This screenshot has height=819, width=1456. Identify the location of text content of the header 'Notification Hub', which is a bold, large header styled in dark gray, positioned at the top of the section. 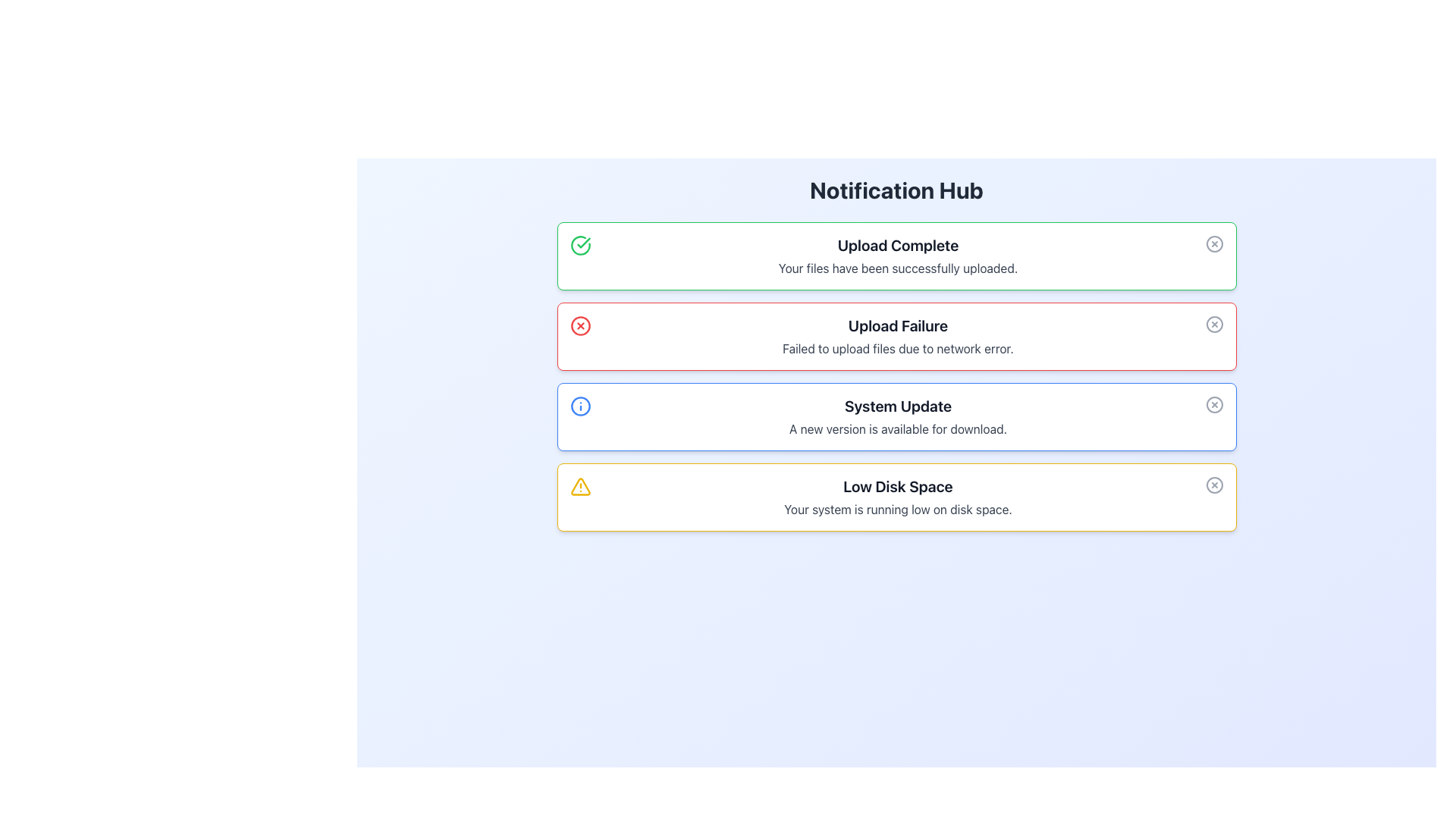
(896, 189).